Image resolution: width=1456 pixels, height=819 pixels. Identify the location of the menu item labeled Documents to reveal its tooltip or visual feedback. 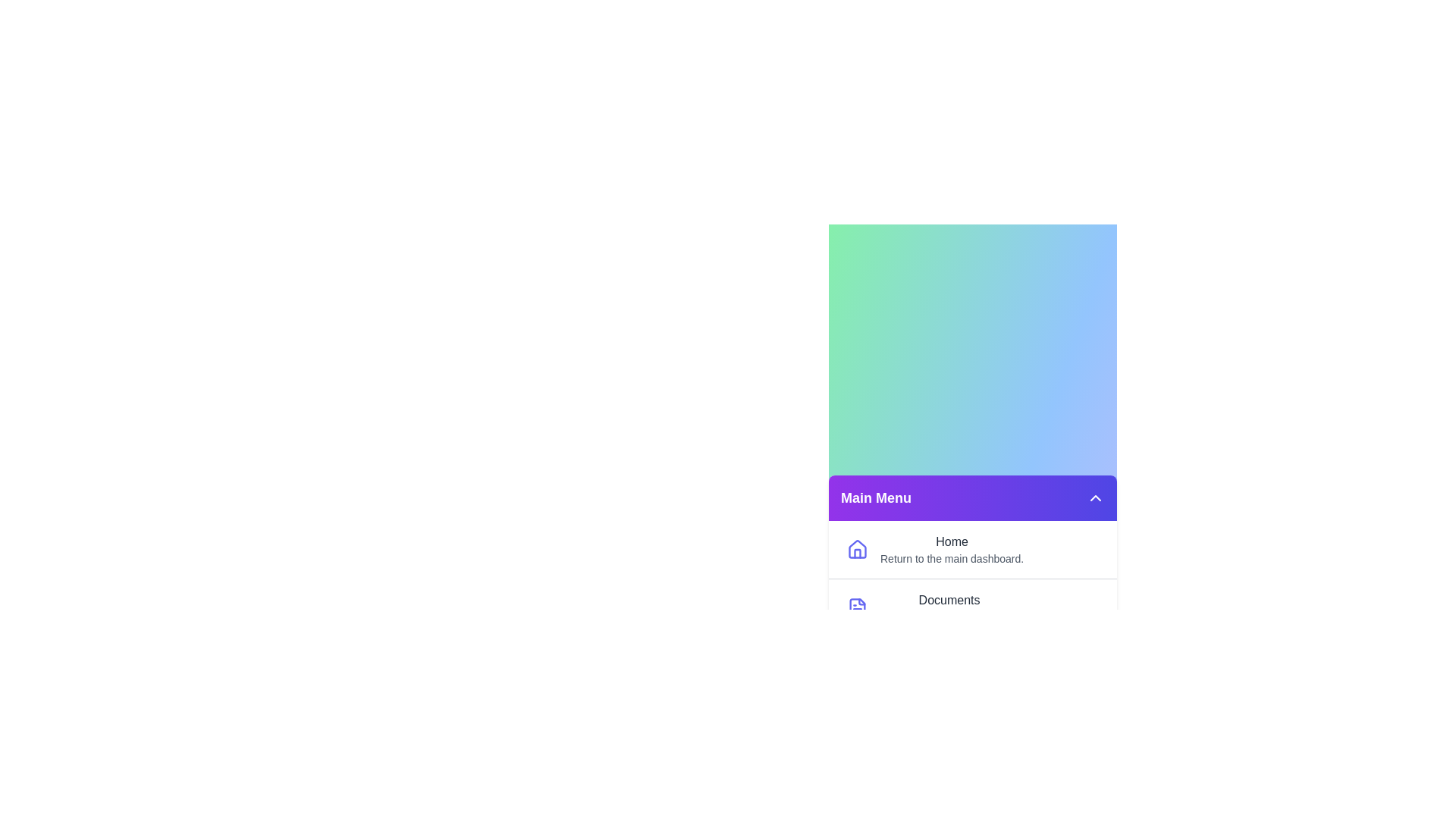
(972, 607).